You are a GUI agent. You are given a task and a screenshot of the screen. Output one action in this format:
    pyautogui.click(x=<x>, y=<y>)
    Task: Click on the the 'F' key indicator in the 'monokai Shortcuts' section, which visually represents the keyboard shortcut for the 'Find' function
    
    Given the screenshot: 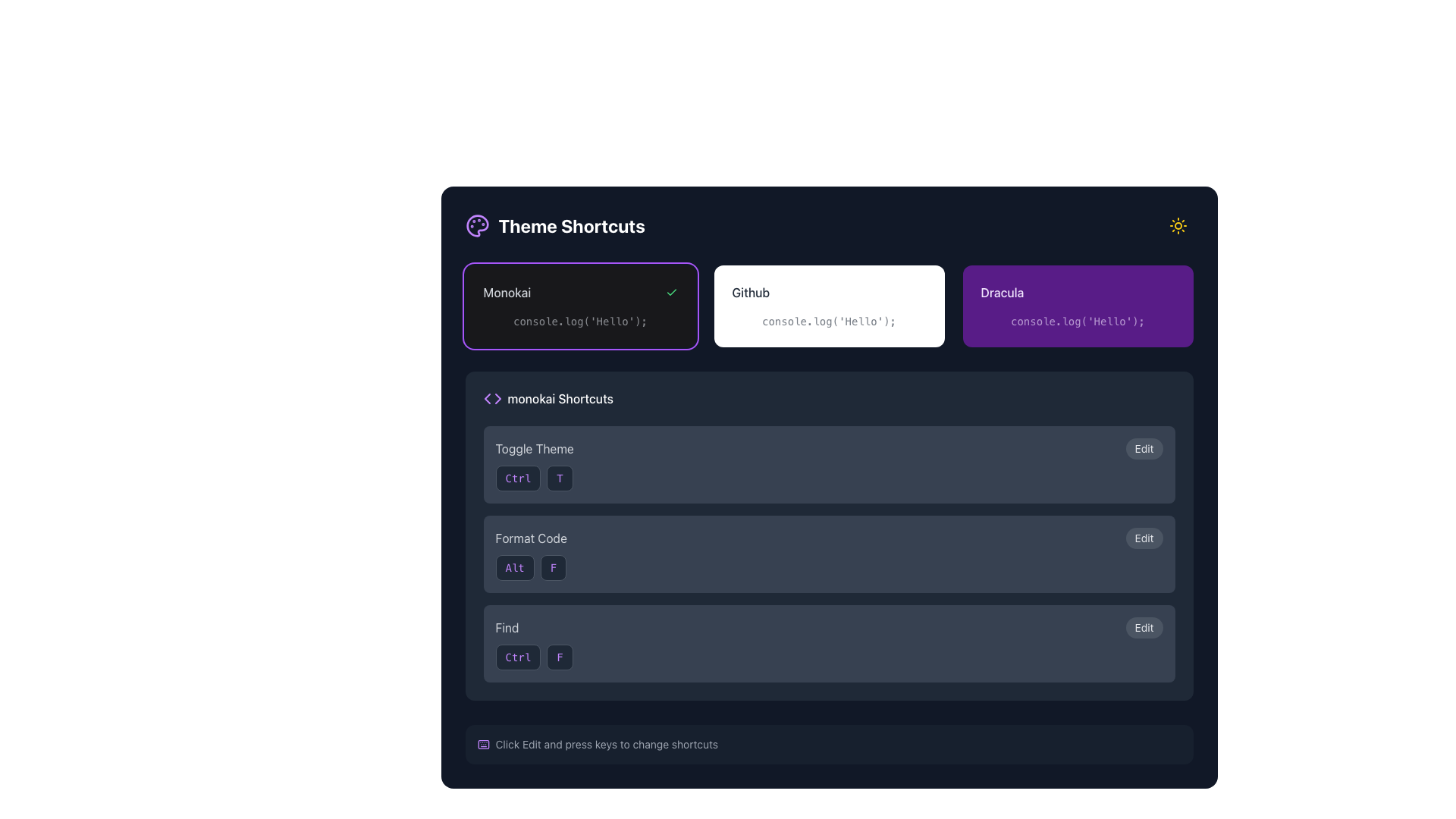 What is the action you would take?
    pyautogui.click(x=559, y=657)
    